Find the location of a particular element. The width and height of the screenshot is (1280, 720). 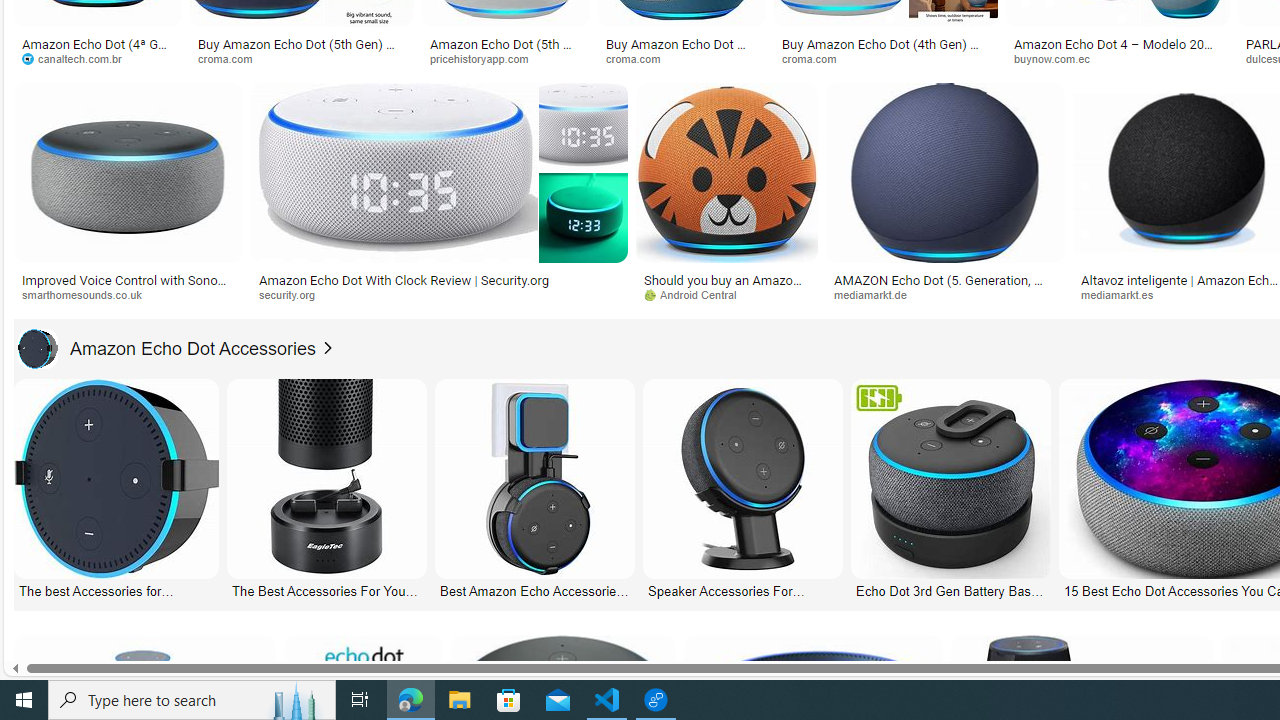

'pricehistoryapp.com' is located at coordinates (506, 58).